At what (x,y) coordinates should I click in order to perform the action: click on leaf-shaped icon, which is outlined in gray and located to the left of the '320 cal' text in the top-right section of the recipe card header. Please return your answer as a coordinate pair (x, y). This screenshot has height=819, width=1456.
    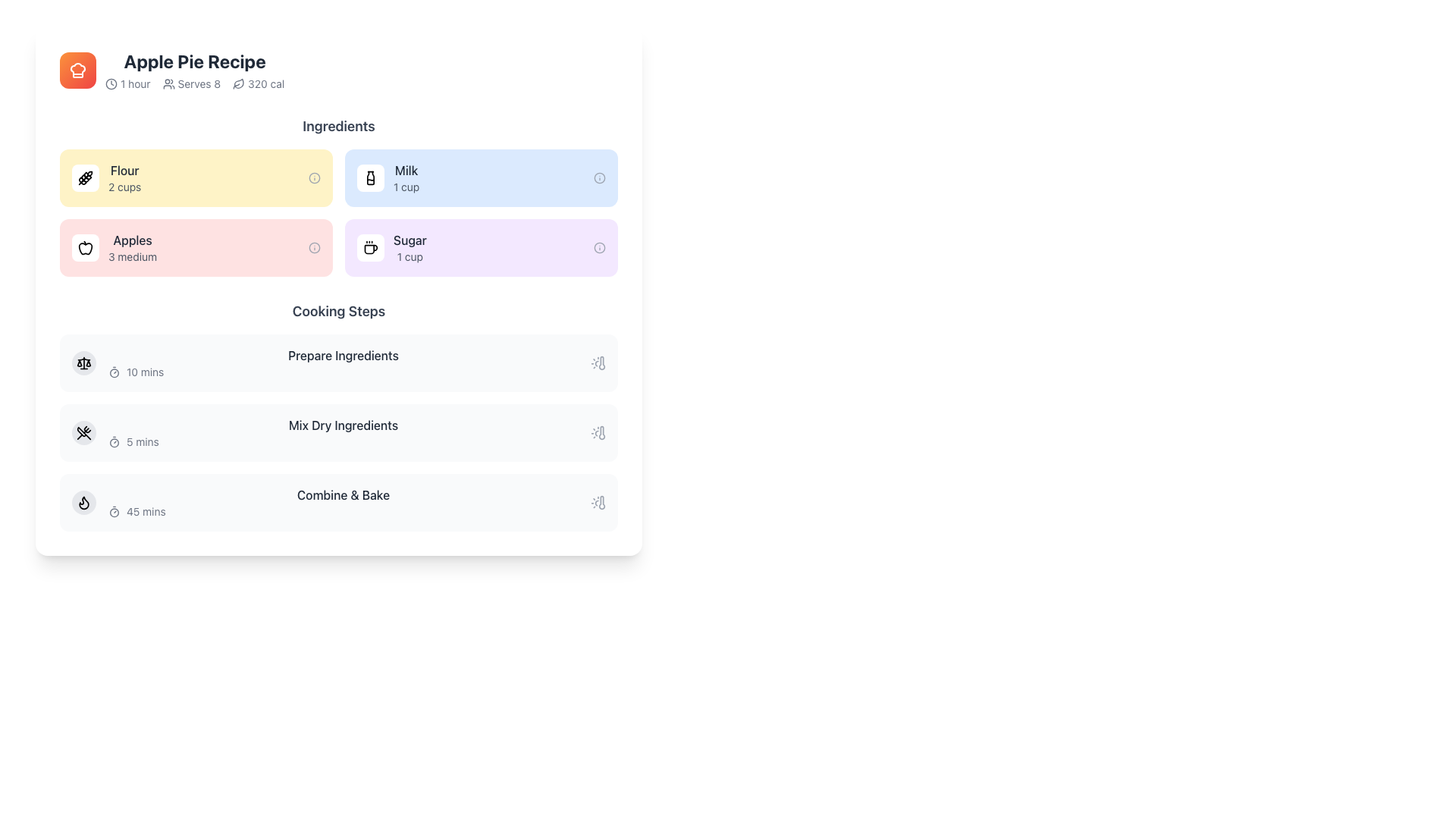
    Looking at the image, I should click on (238, 84).